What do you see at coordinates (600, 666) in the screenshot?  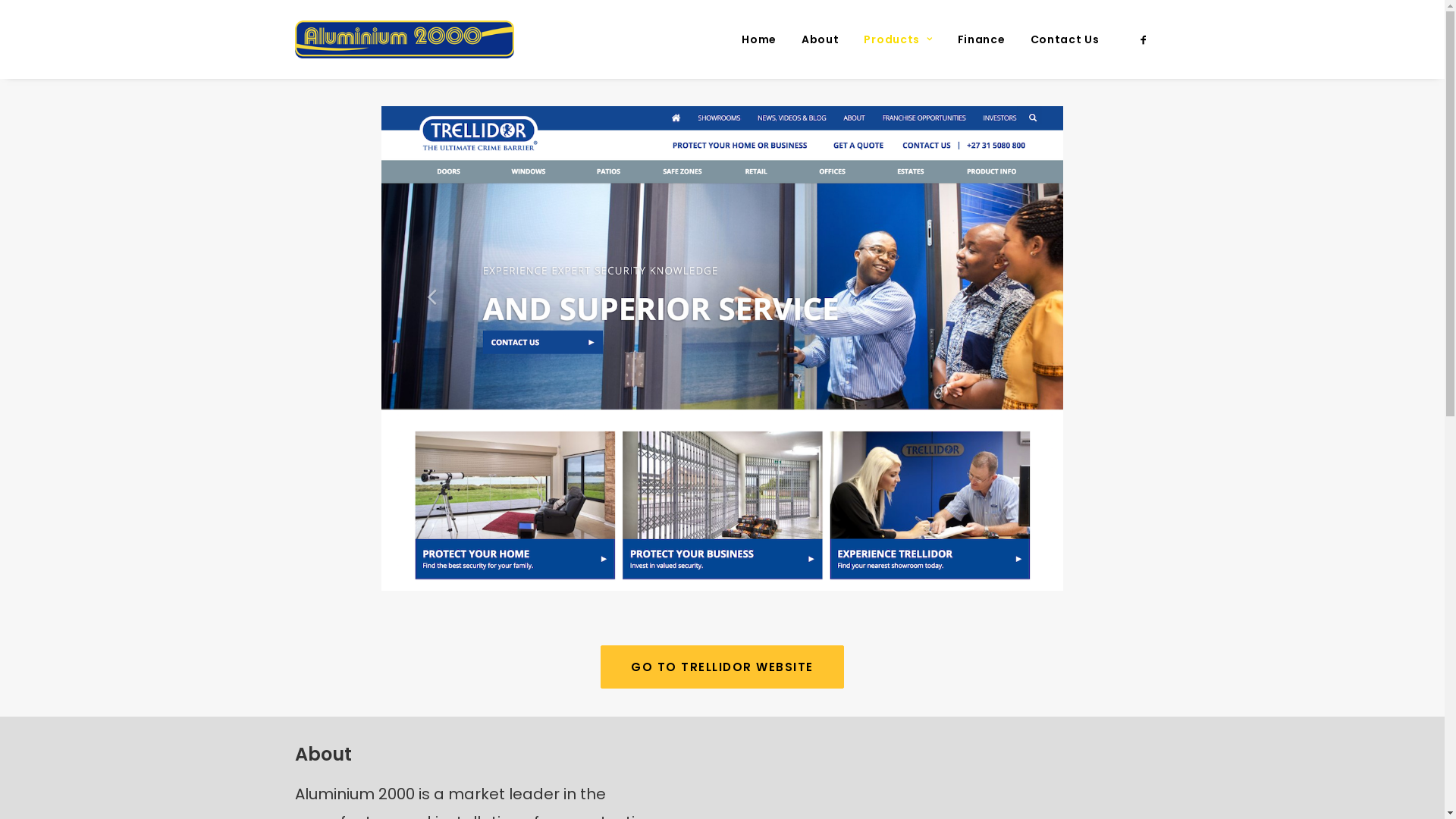 I see `'GO TO TRELLIDOR WEBSITE'` at bounding box center [600, 666].